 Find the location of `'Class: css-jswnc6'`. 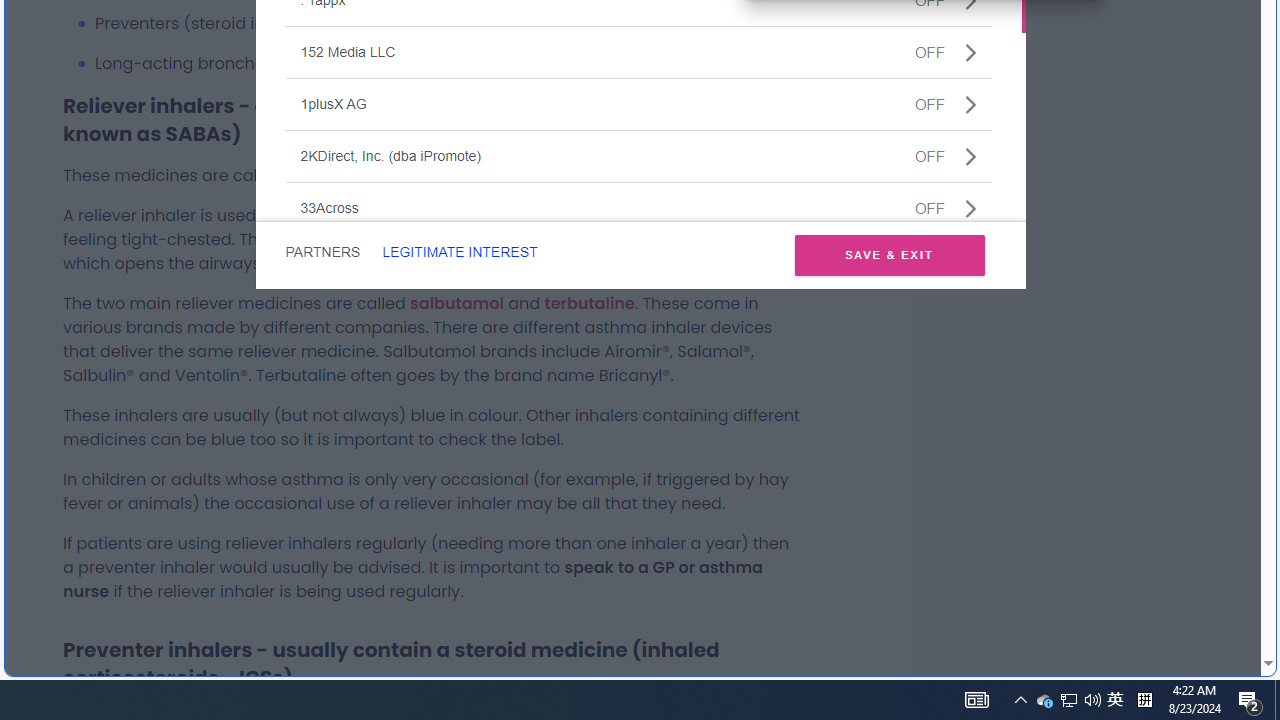

'Class: css-jswnc6' is located at coordinates (970, 208).